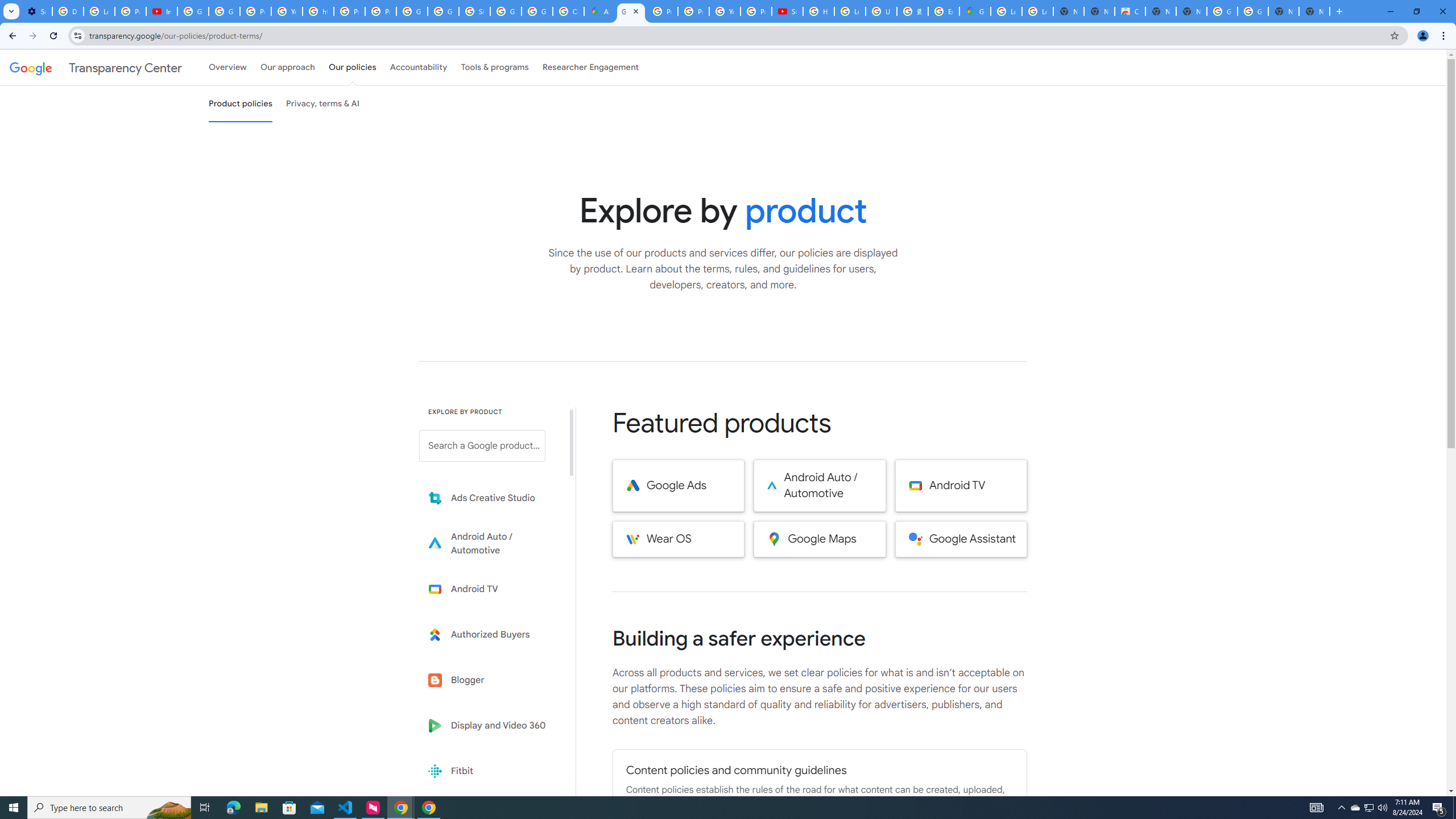  What do you see at coordinates (1129, 11) in the screenshot?
I see `'Chrome Web Store'` at bounding box center [1129, 11].